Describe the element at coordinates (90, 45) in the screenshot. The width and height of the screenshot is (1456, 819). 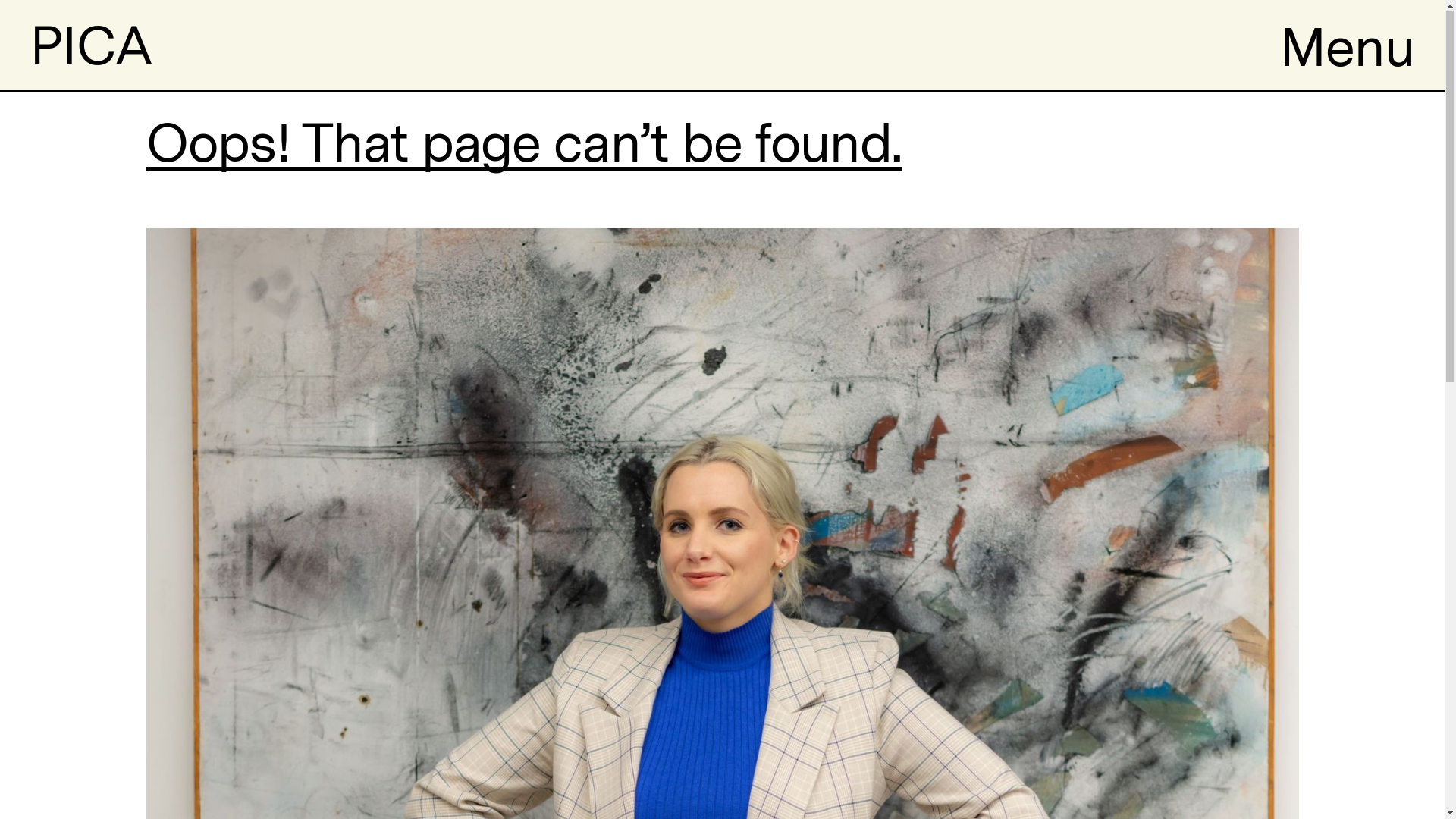
I see `'PICA'` at that location.